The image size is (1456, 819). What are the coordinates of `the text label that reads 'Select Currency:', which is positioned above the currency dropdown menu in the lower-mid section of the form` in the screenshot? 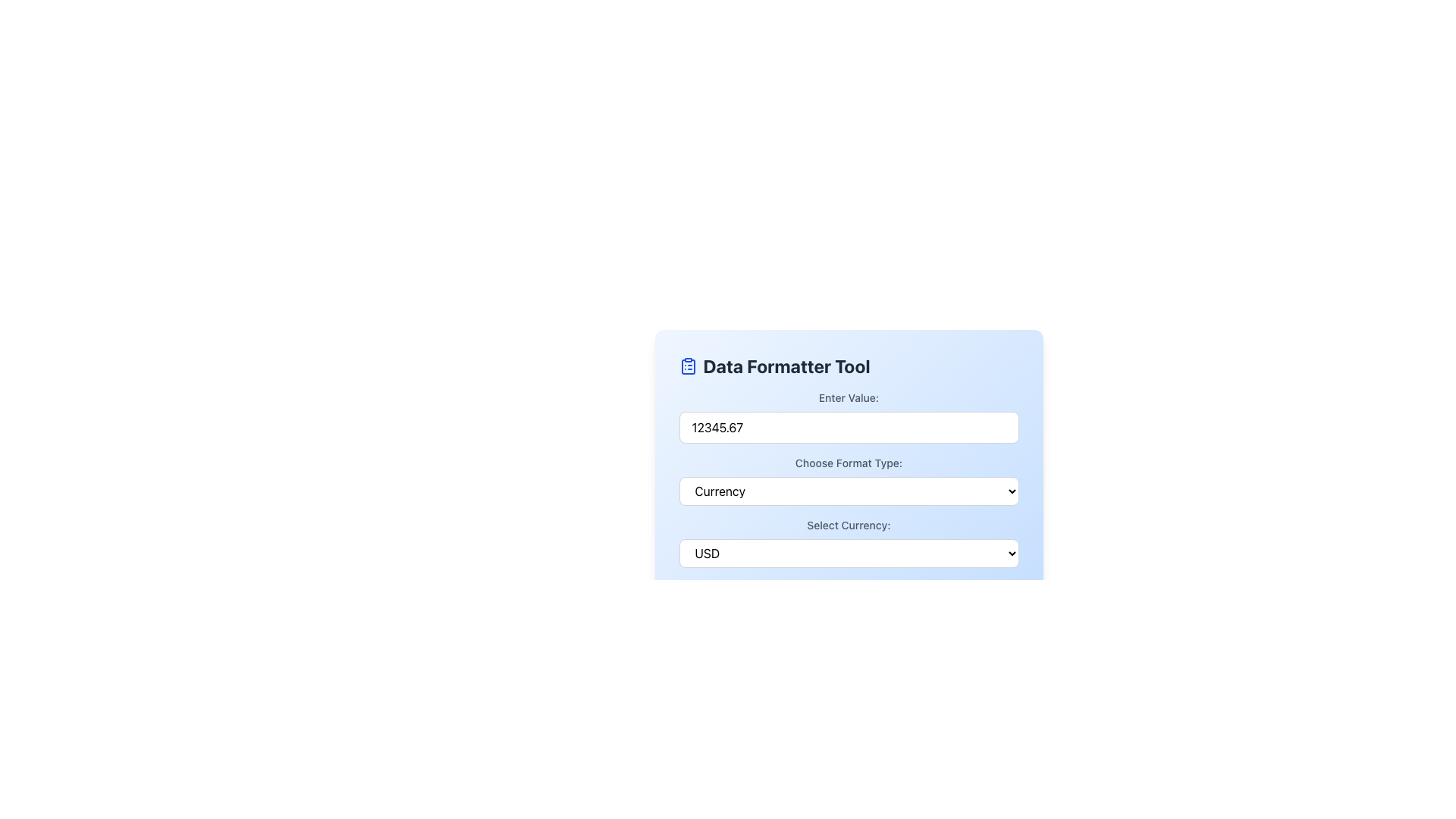 It's located at (848, 525).